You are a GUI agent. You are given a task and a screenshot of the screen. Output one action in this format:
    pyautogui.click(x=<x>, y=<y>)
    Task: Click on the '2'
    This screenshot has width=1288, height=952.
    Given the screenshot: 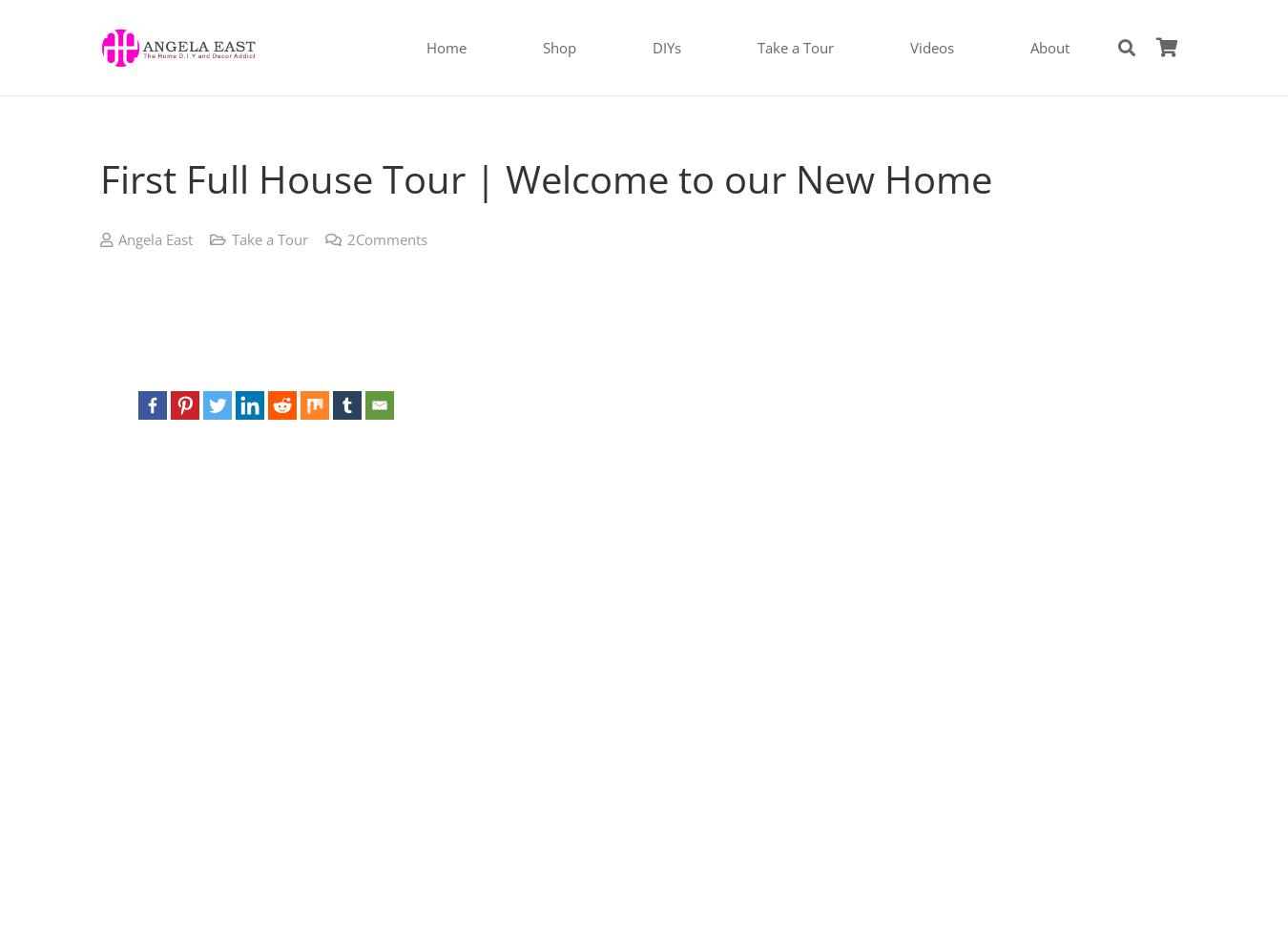 What is the action you would take?
    pyautogui.click(x=351, y=238)
    